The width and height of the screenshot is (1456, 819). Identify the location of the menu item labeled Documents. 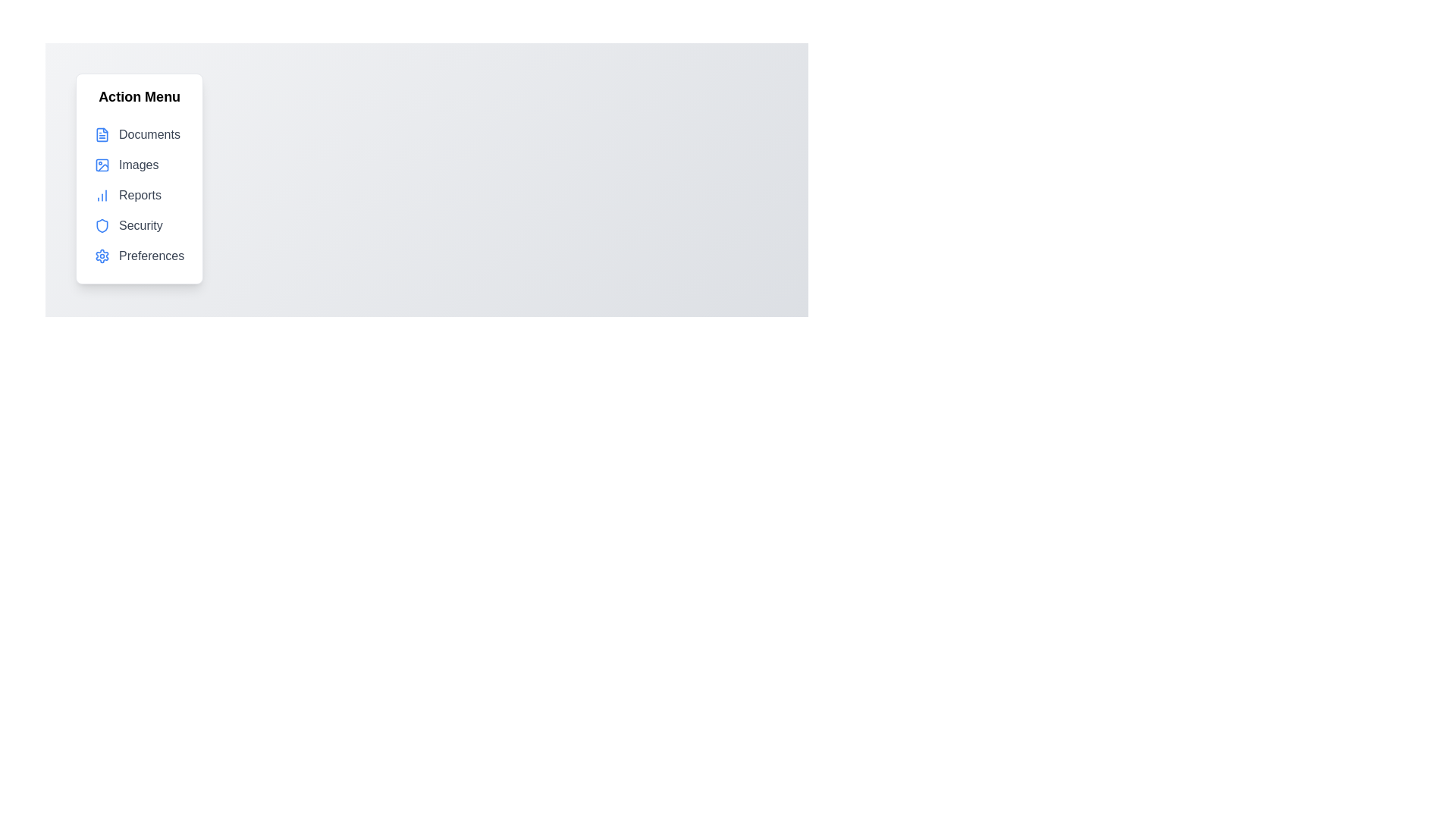
(139, 133).